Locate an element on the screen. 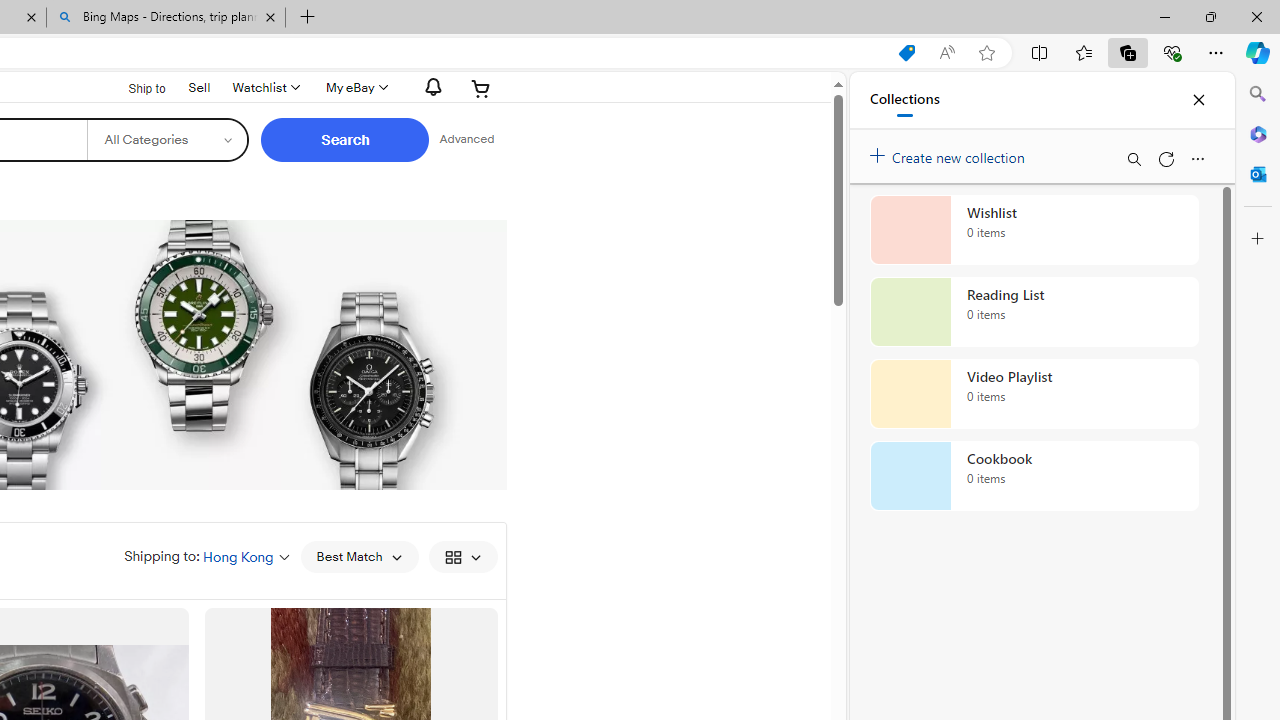 This screenshot has height=720, width=1280. 'Ship to' is located at coordinates (133, 88).